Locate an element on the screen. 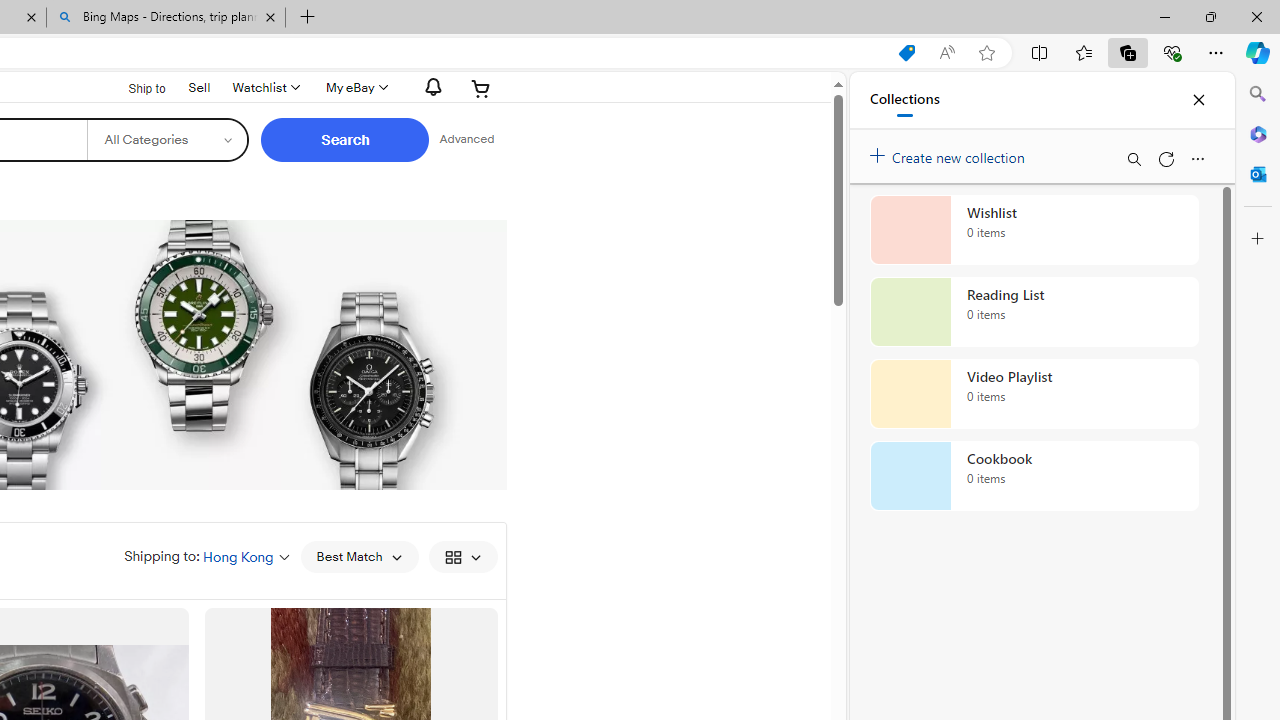 This screenshot has height=720, width=1280. 'Ship to' is located at coordinates (133, 88).